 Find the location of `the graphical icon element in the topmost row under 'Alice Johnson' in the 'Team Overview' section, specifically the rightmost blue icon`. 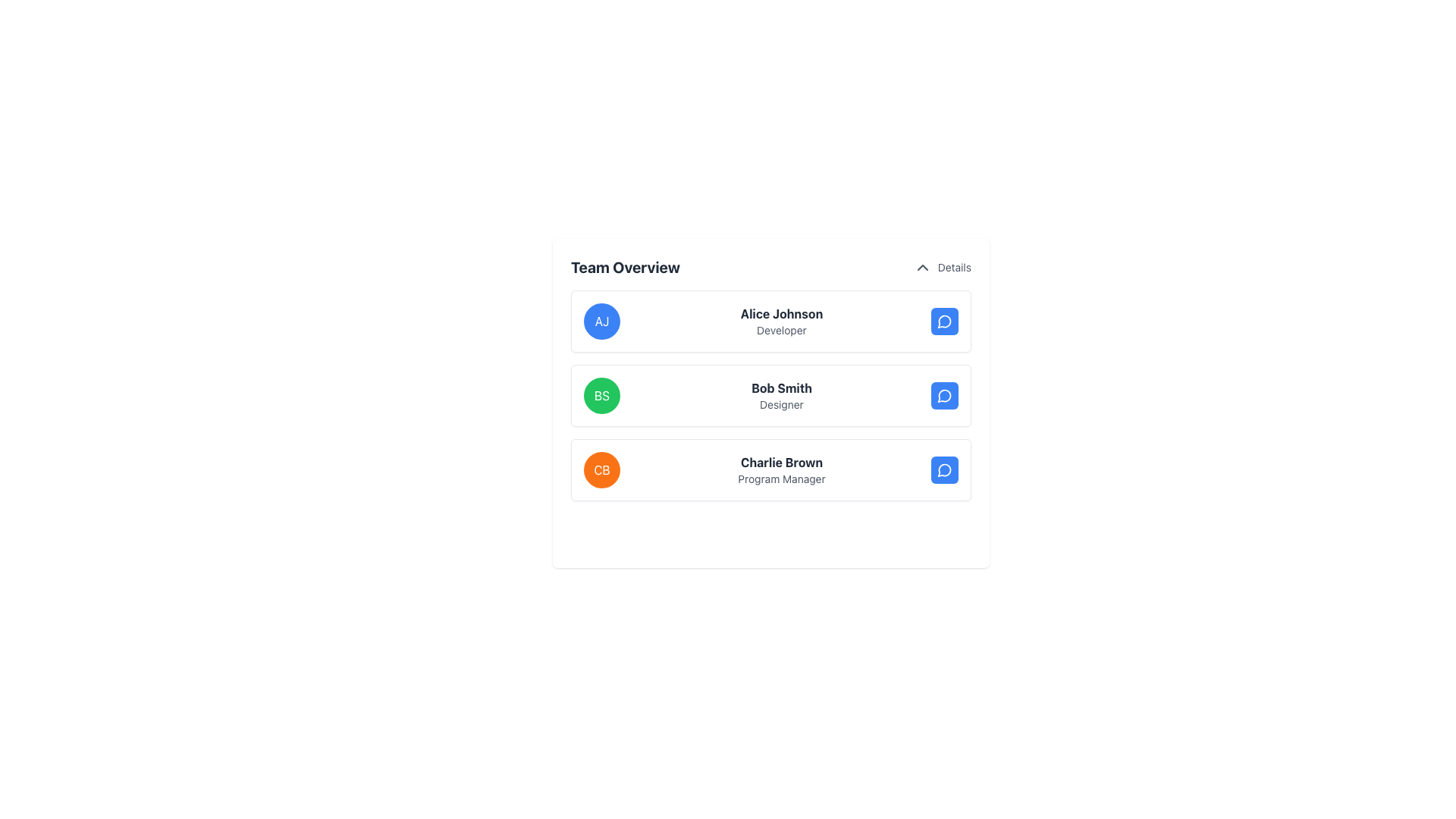

the graphical icon element in the topmost row under 'Alice Johnson' in the 'Team Overview' section, specifically the rightmost blue icon is located at coordinates (943, 321).